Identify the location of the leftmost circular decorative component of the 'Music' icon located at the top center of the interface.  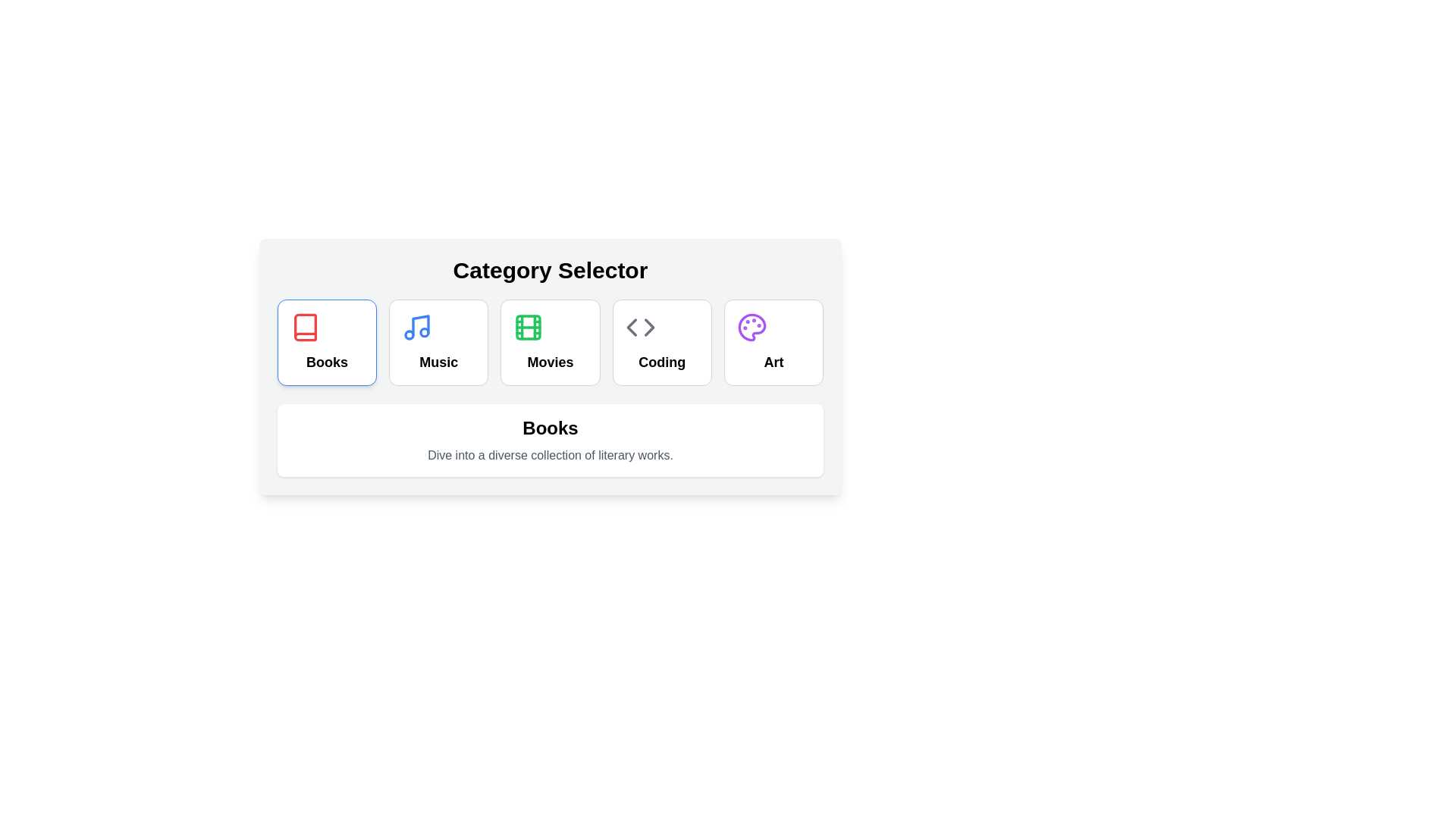
(409, 334).